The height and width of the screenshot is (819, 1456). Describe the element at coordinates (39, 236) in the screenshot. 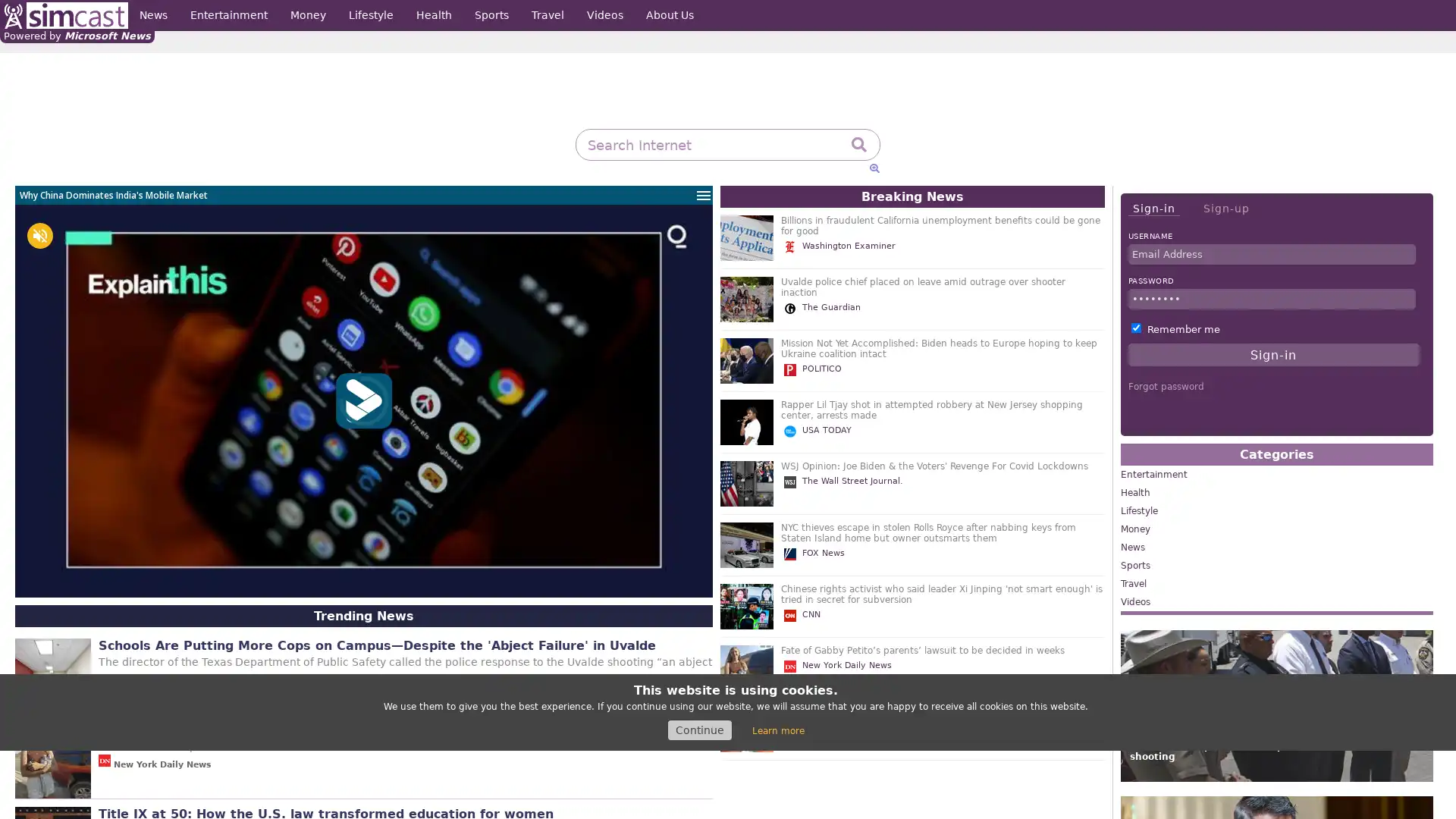

I see `volume_offvolume_up` at that location.